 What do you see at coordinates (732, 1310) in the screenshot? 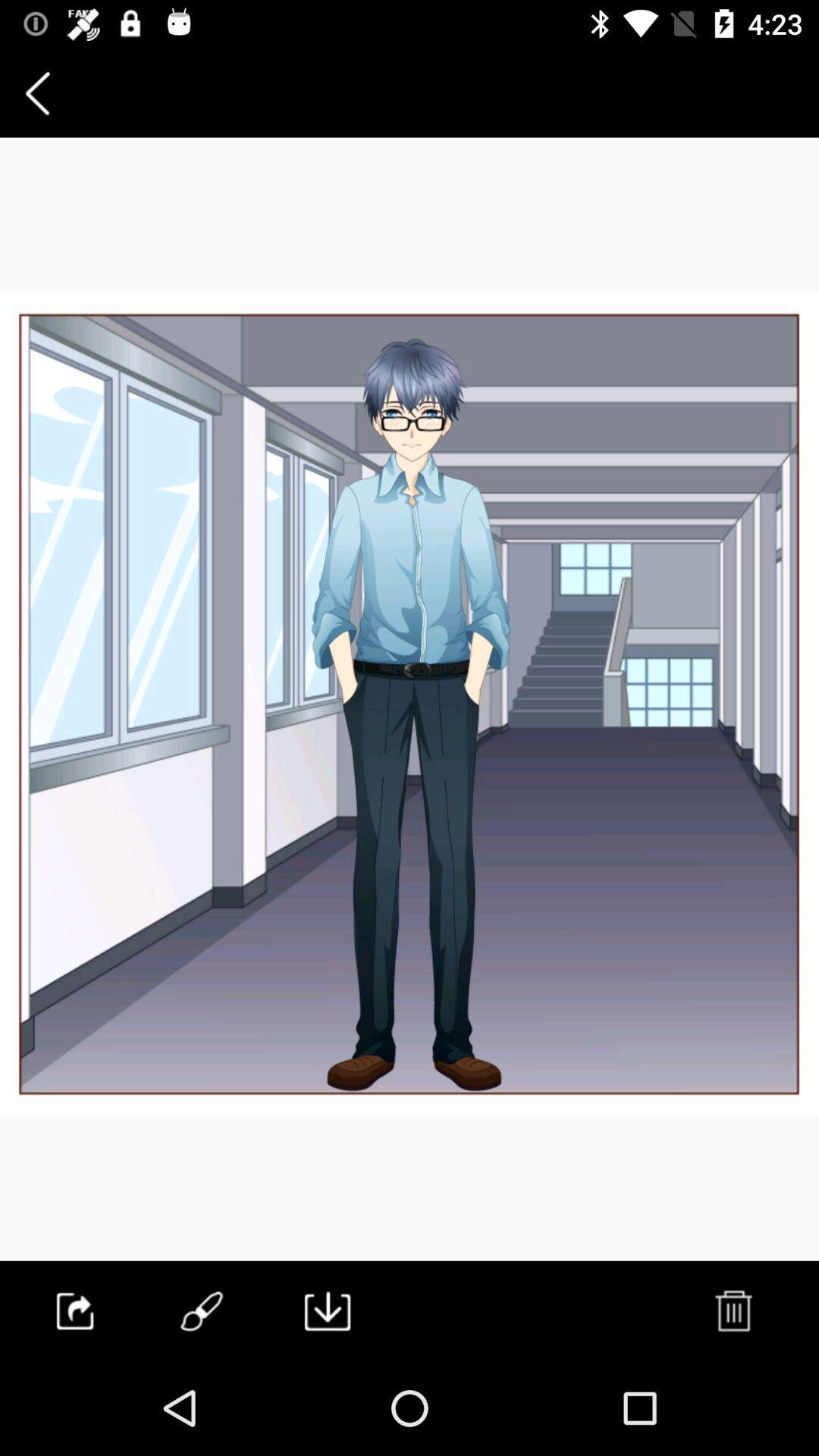
I see `the delete icon` at bounding box center [732, 1310].